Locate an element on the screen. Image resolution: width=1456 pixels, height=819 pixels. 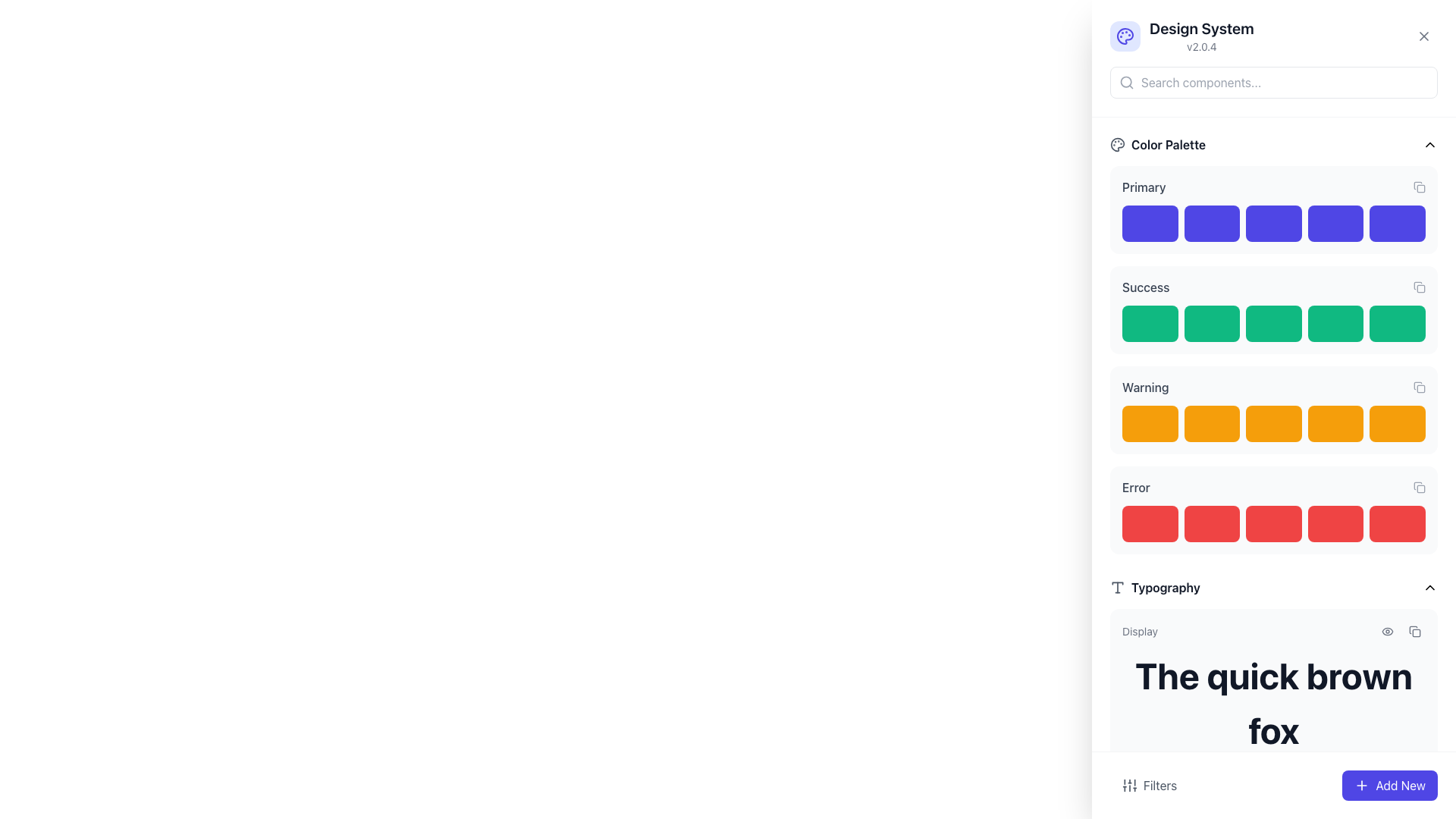
the copy icon button located at the bottom right corner of the panel is located at coordinates (1414, 803).